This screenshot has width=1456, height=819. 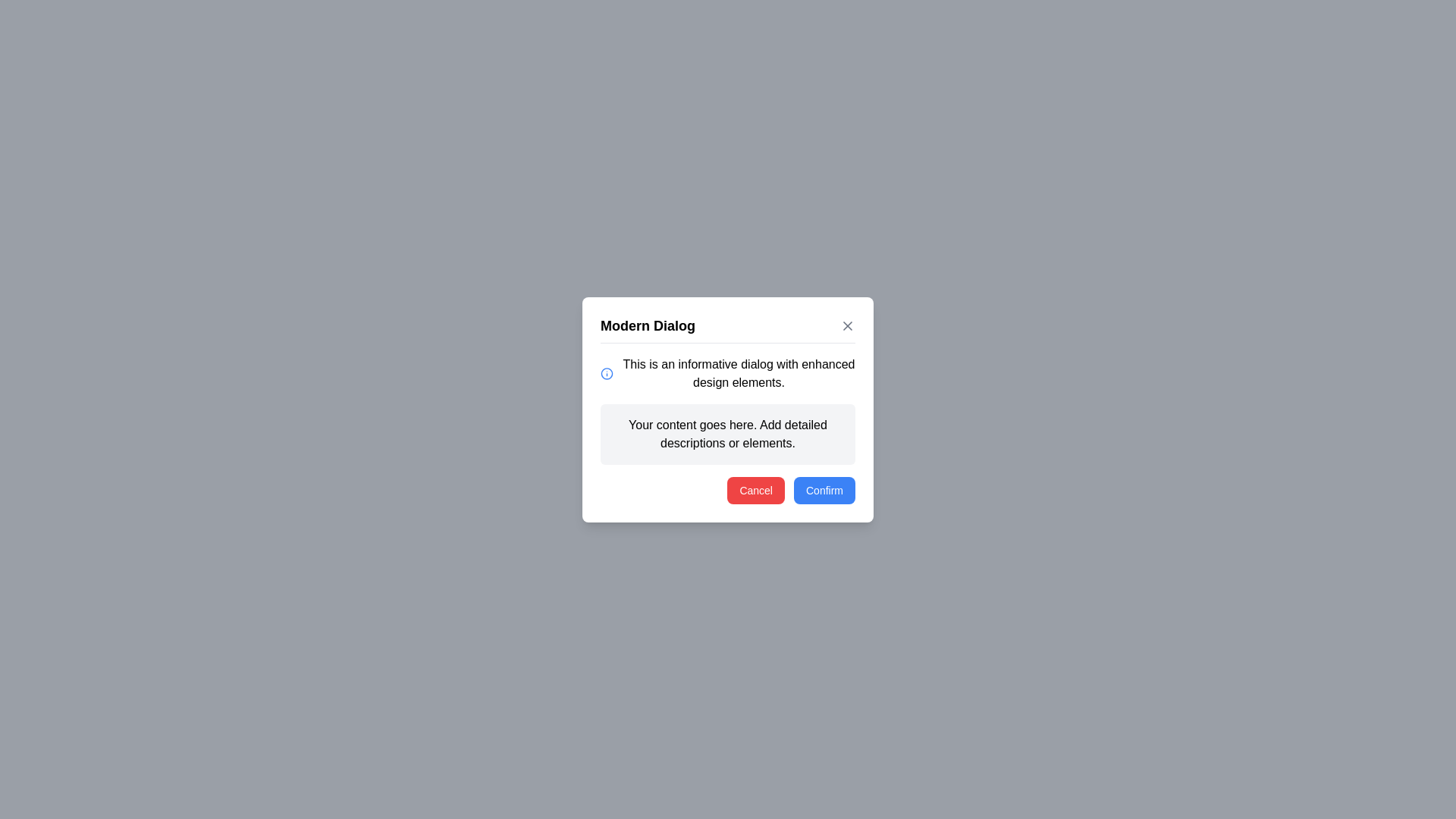 What do you see at coordinates (824, 490) in the screenshot?
I see `the confirmation button located at the bottom-right corner of the dialog box` at bounding box center [824, 490].